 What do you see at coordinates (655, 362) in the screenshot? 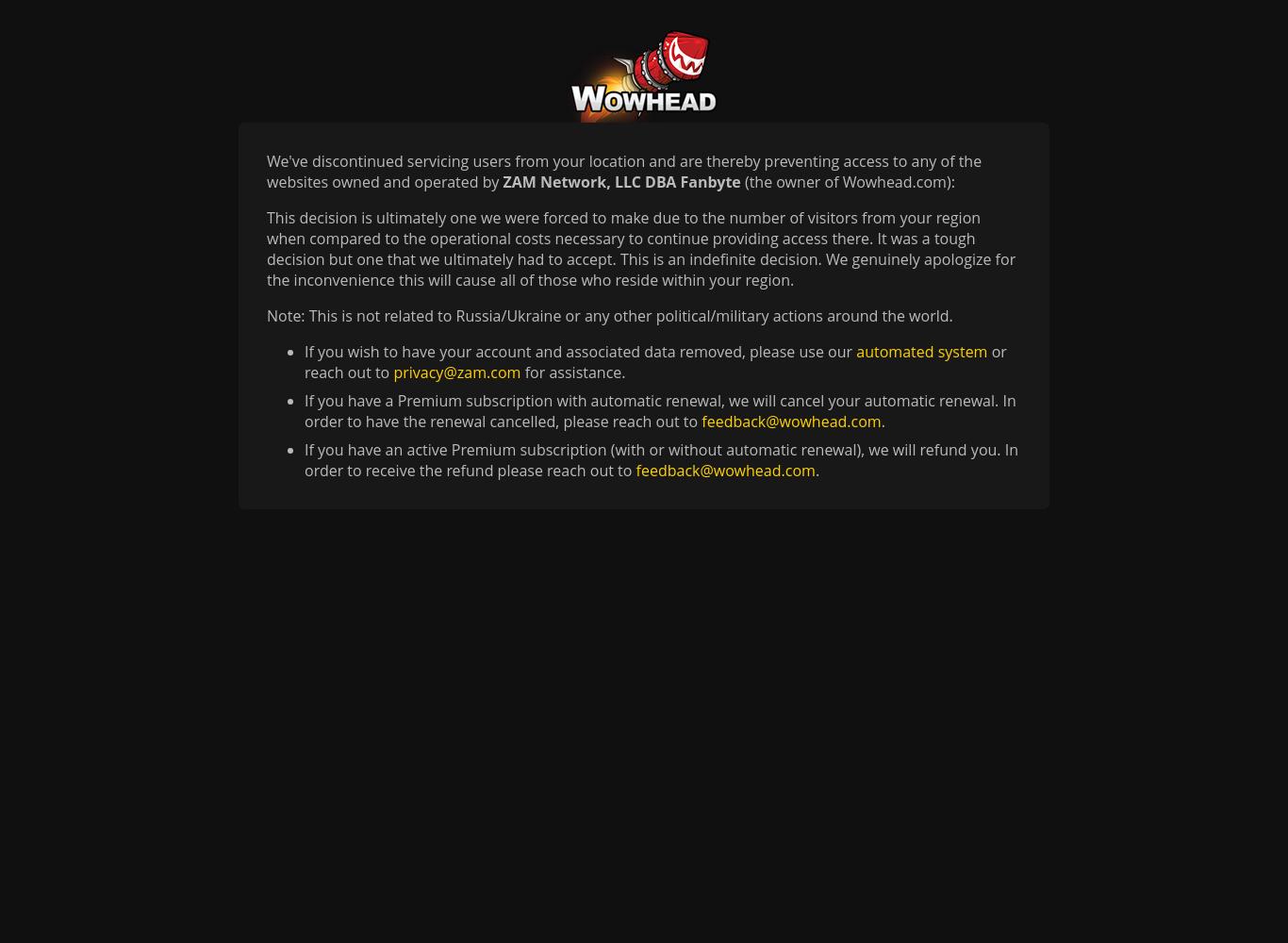
I see `'or reach out to'` at bounding box center [655, 362].